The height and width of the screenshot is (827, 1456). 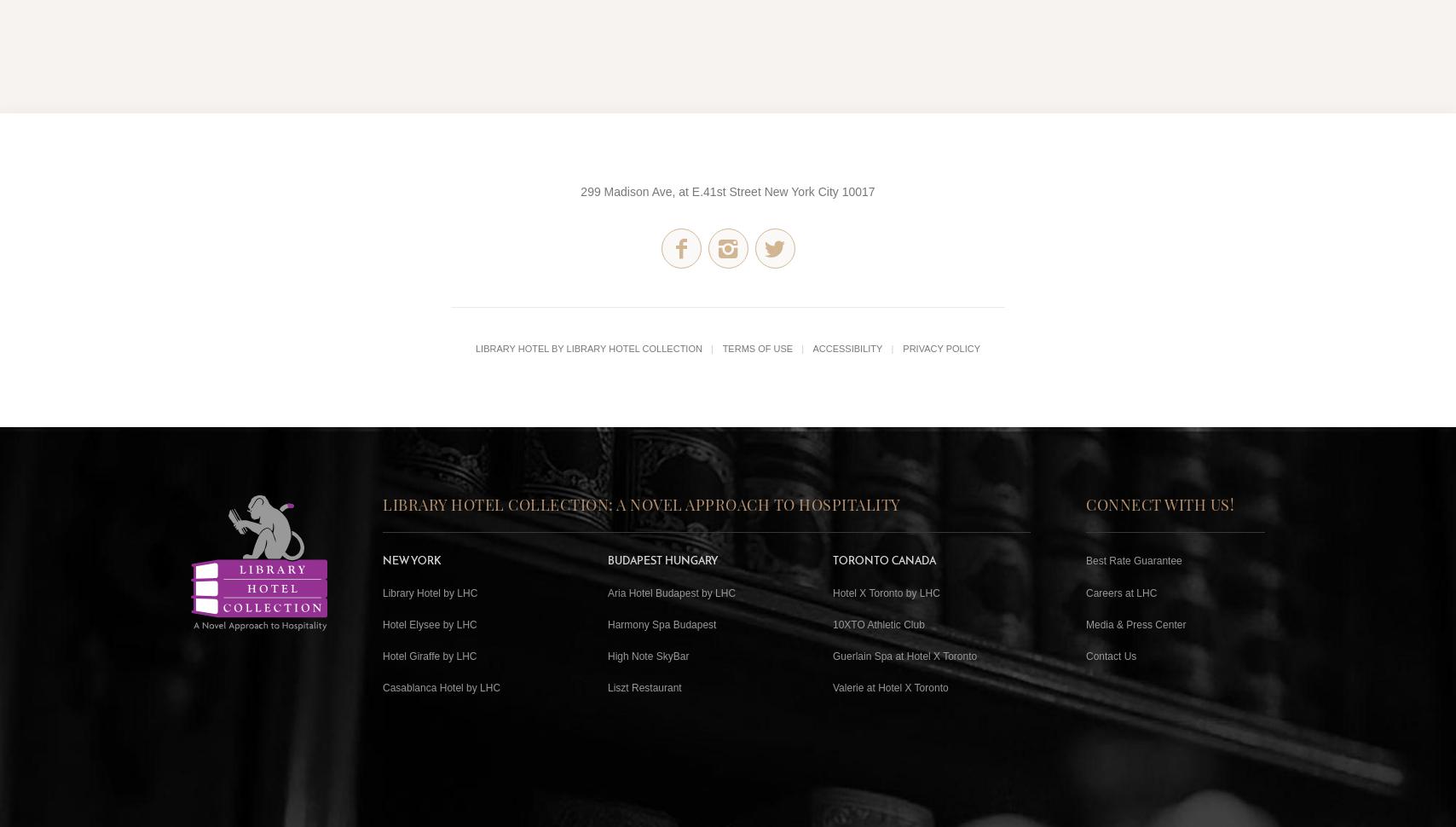 What do you see at coordinates (941, 347) in the screenshot?
I see `'Privacy Policy'` at bounding box center [941, 347].